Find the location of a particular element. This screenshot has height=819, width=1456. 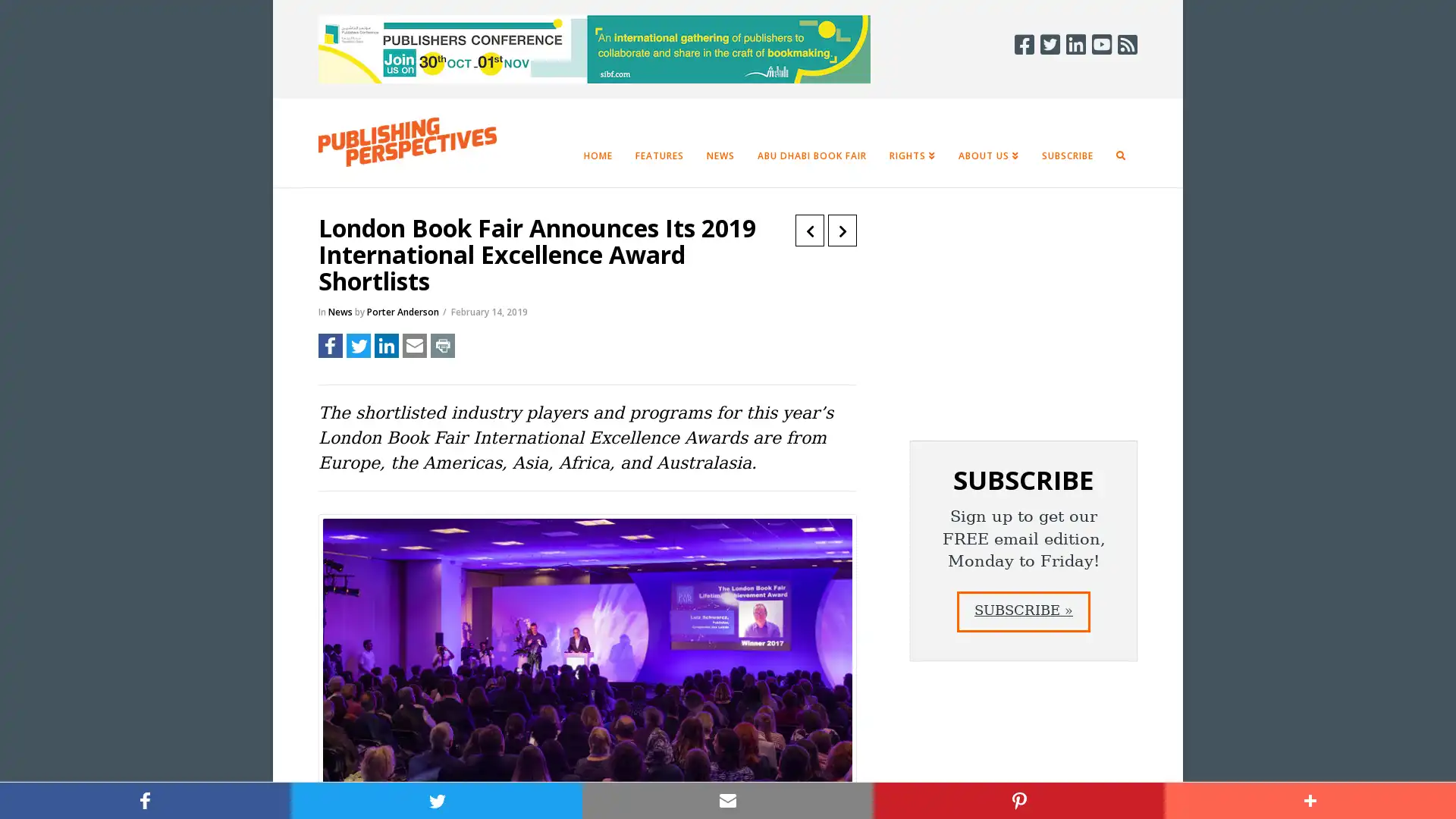

Share to Twitter is located at coordinates (358, 345).